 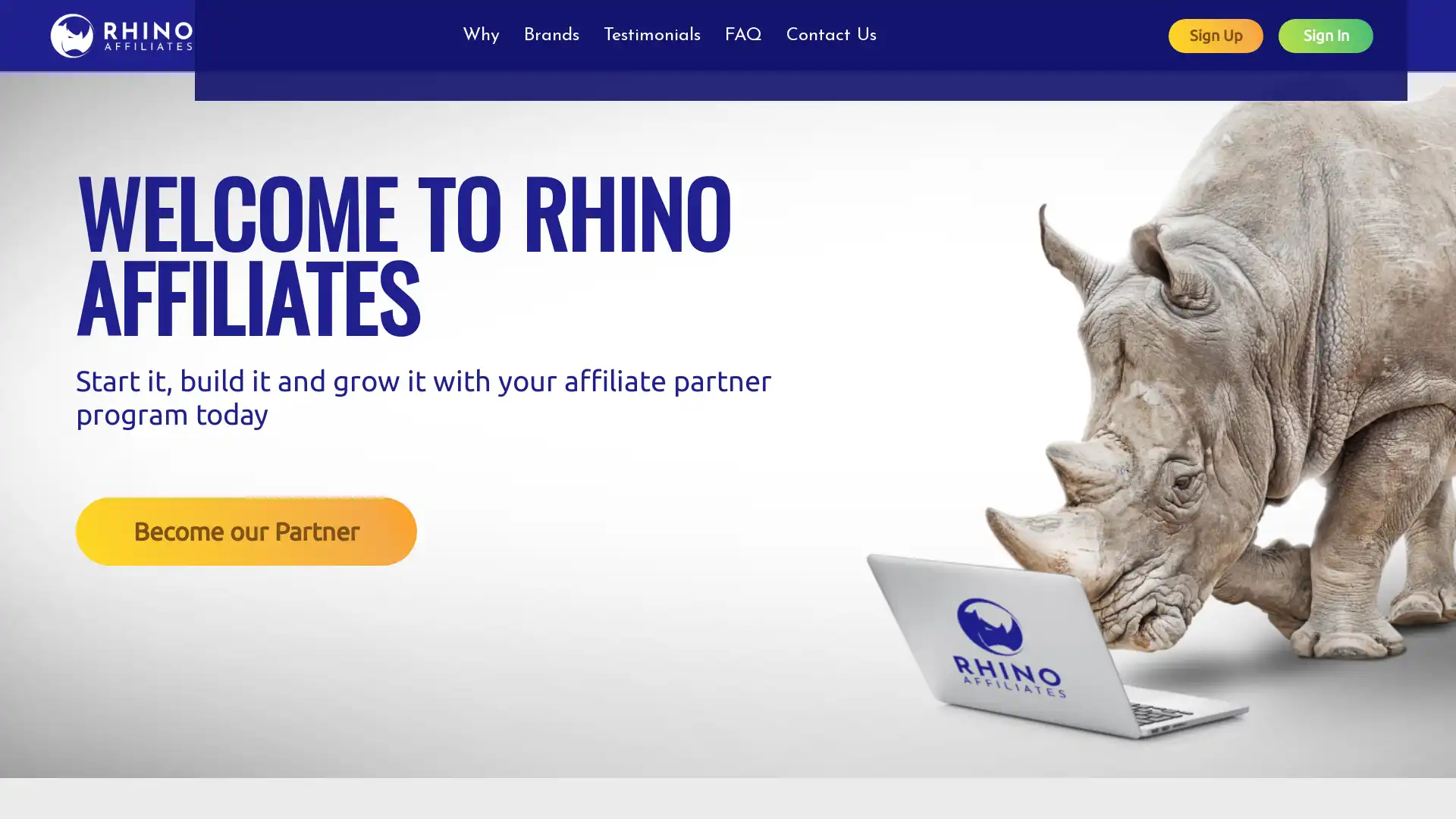 I want to click on Sign Up, so click(x=1250, y=34).